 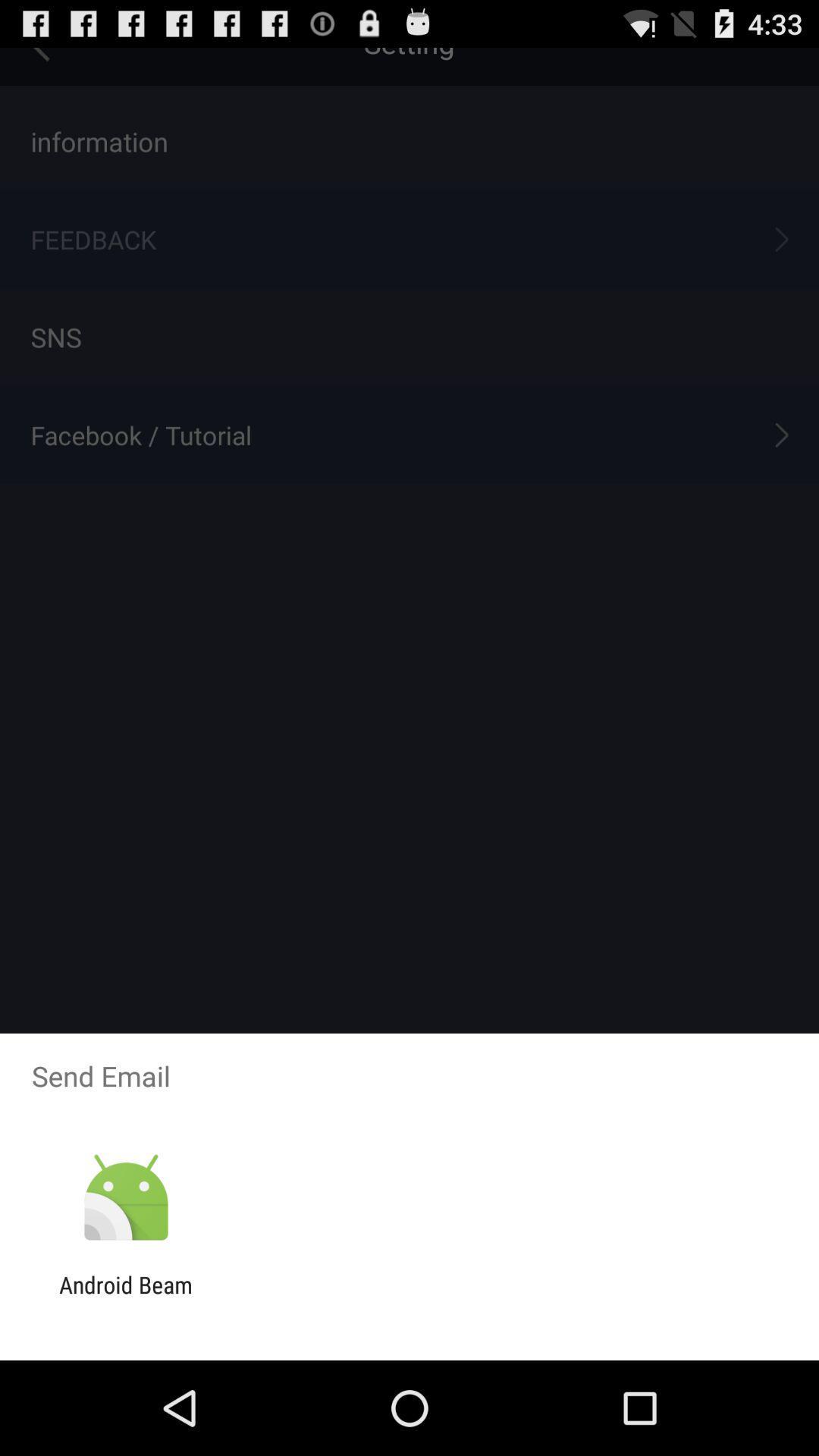 What do you see at coordinates (125, 1197) in the screenshot?
I see `the icon below the send email` at bounding box center [125, 1197].